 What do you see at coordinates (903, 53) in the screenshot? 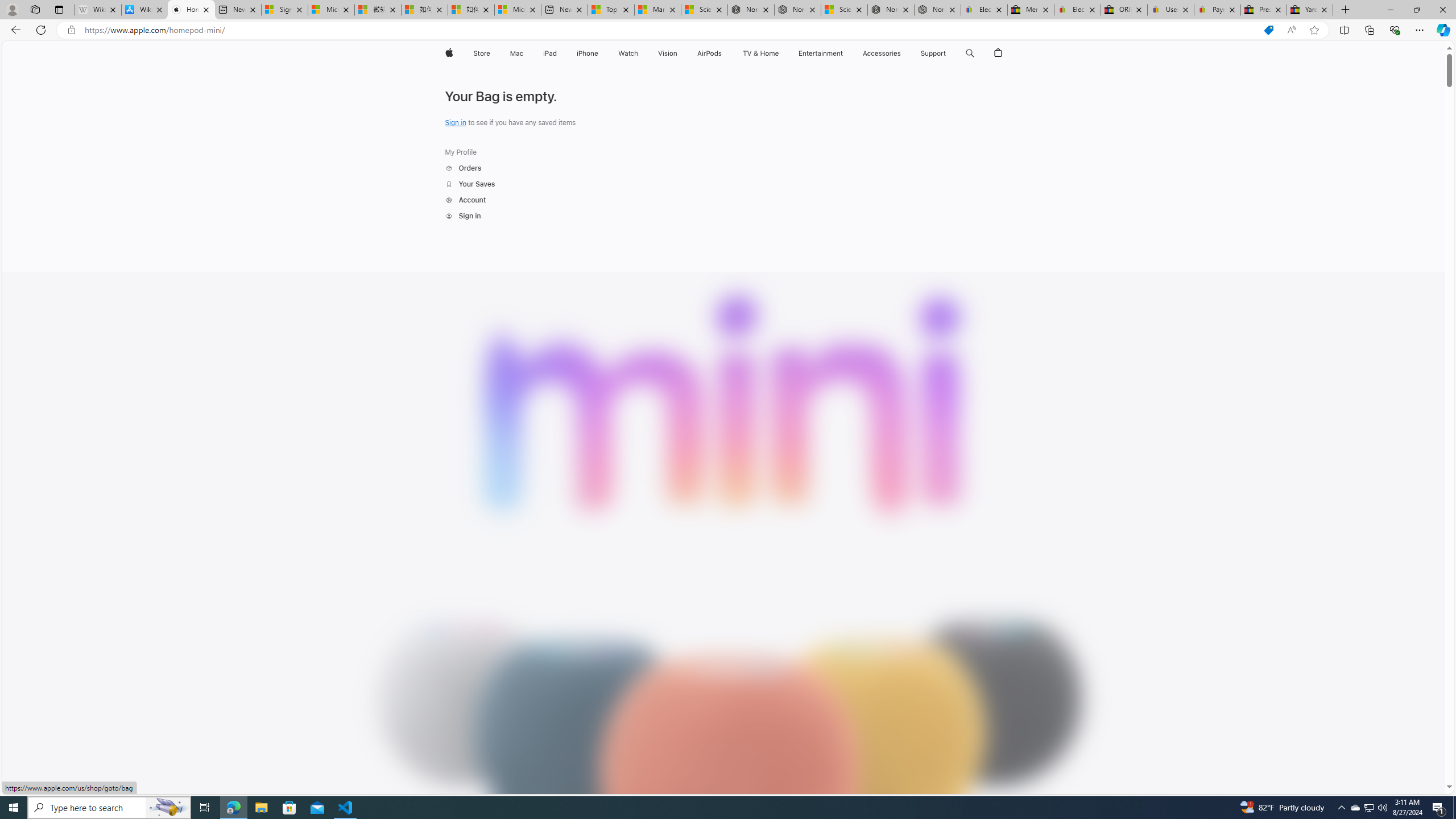
I see `'Accessories menu'` at bounding box center [903, 53].